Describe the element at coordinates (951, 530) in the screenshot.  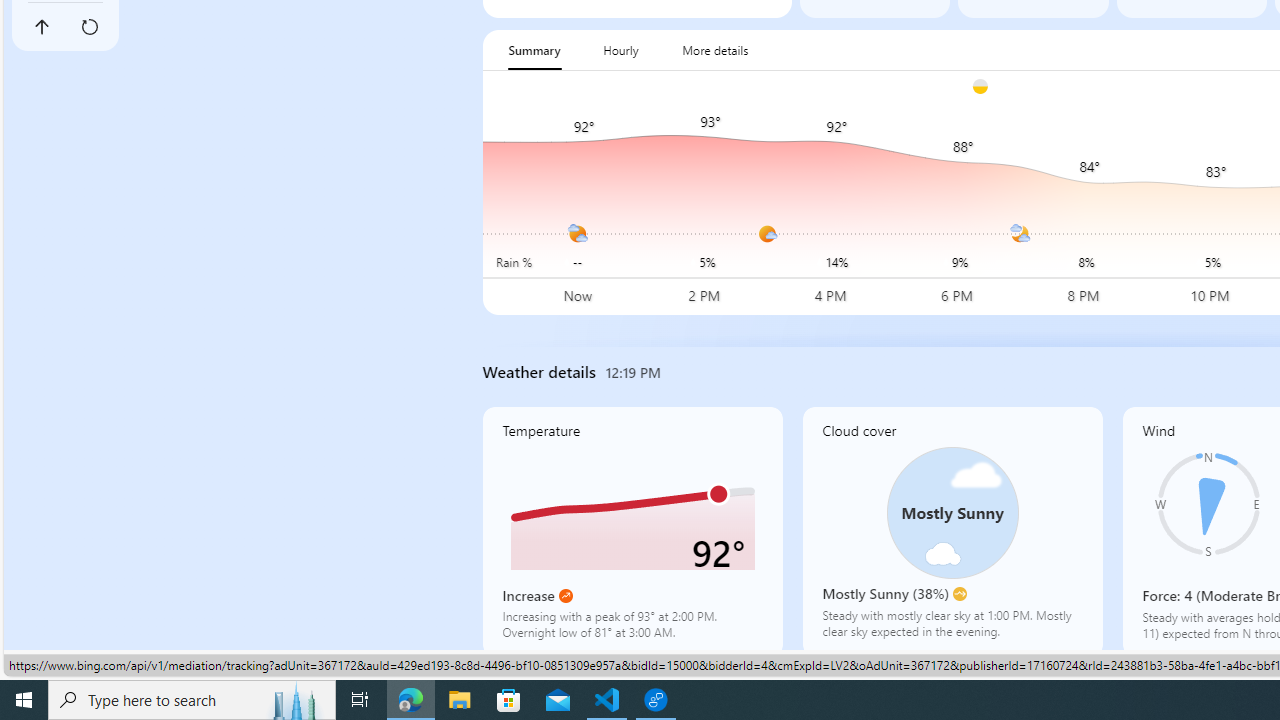
I see `'Cloud cover'` at that location.